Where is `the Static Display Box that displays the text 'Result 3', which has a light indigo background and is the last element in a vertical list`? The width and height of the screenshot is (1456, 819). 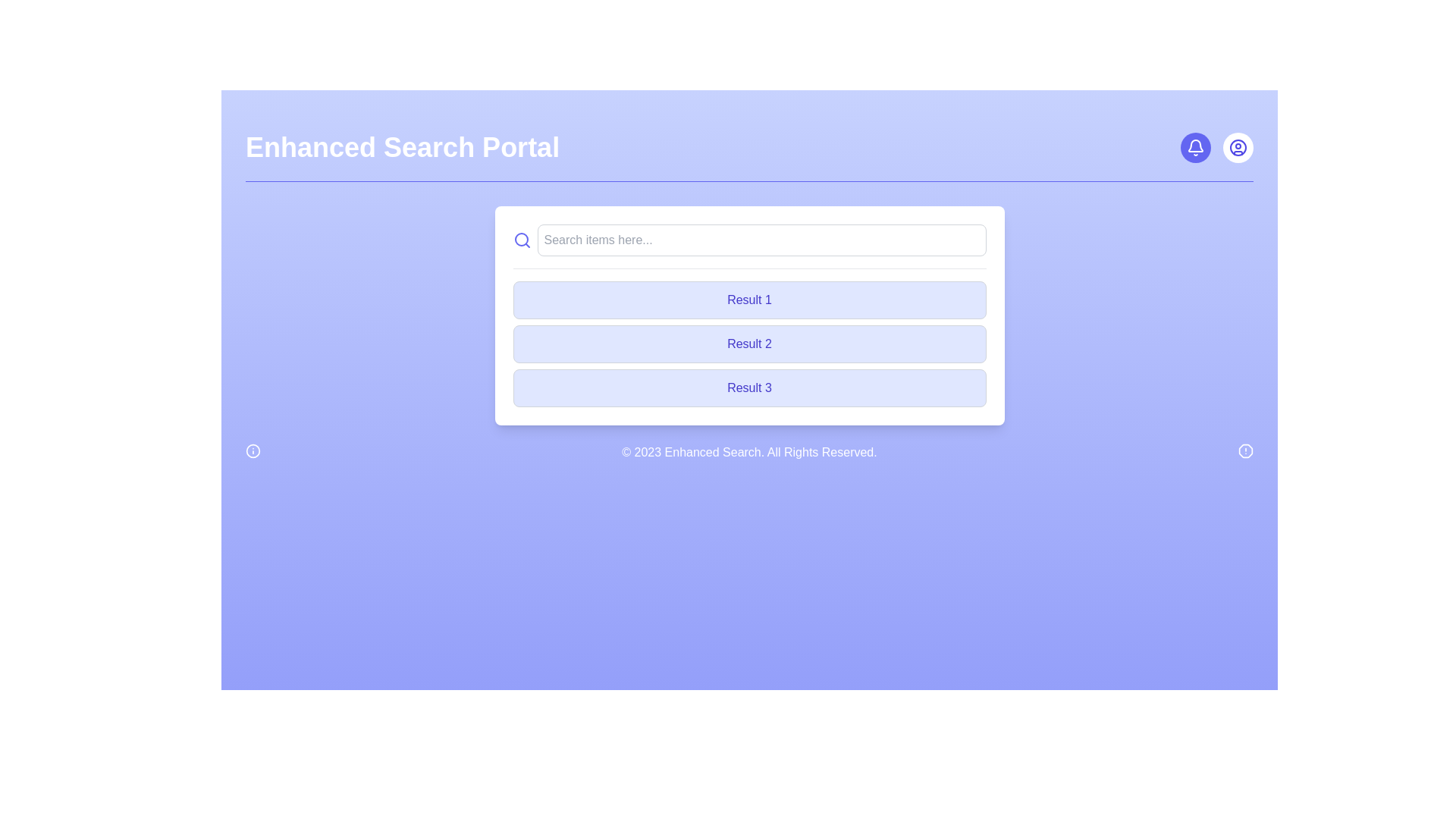 the Static Display Box that displays the text 'Result 3', which has a light indigo background and is the last element in a vertical list is located at coordinates (749, 388).